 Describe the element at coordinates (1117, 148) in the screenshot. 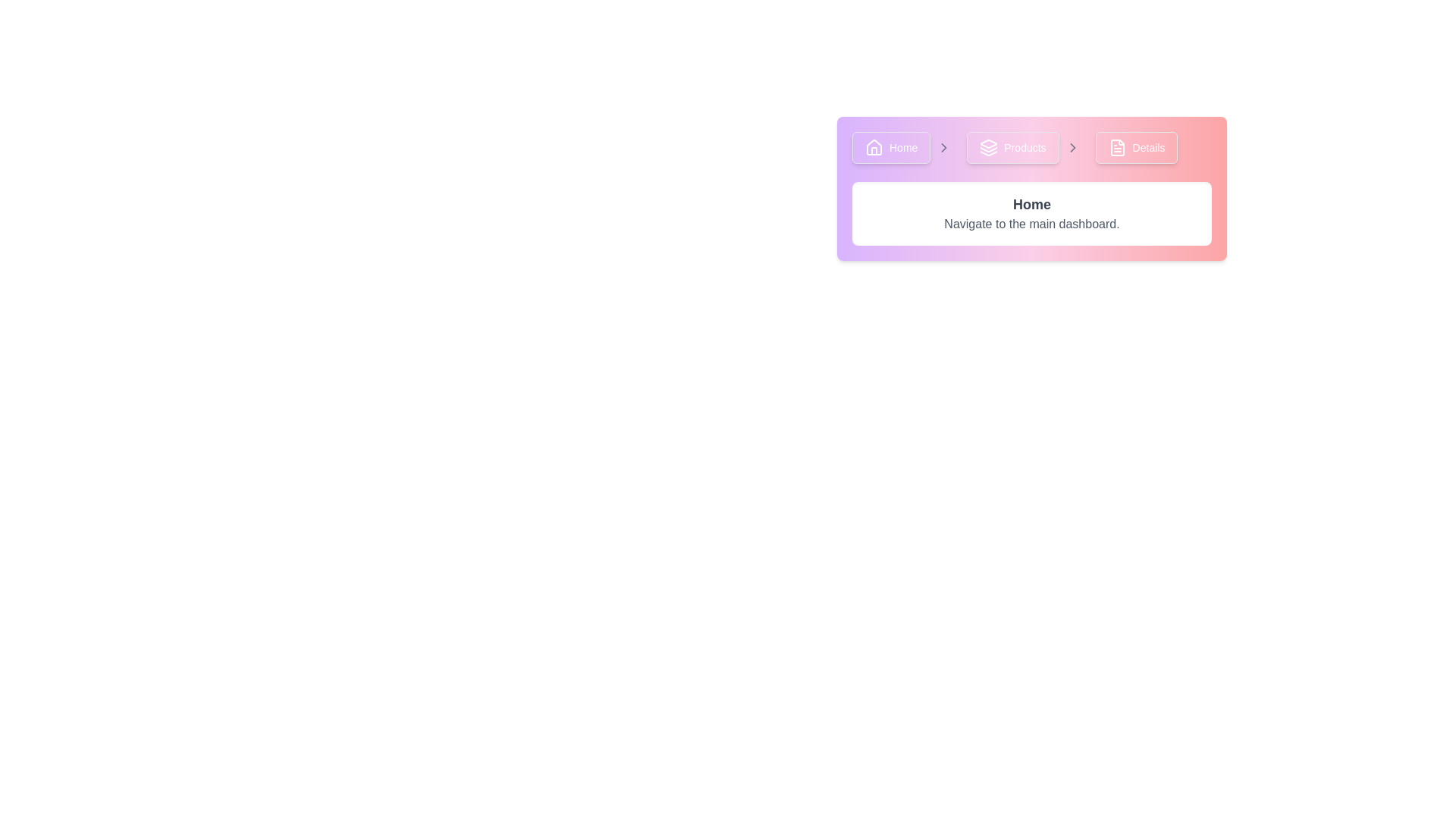

I see `the thin, rectangular icon in the breadcrumb navigation bar, which is located to the right of the 'Products' section and adjacent to the 'Details' section` at that location.